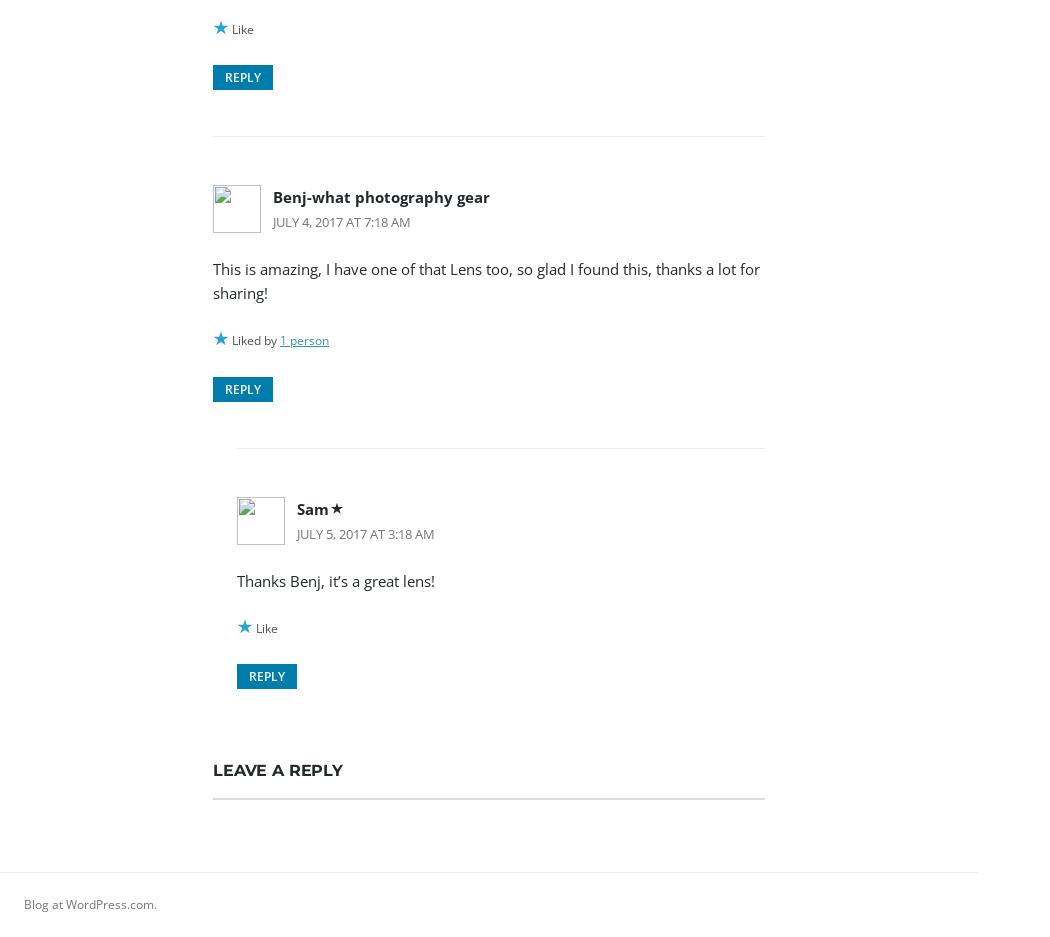  I want to click on 'Liked by', so click(232, 340).